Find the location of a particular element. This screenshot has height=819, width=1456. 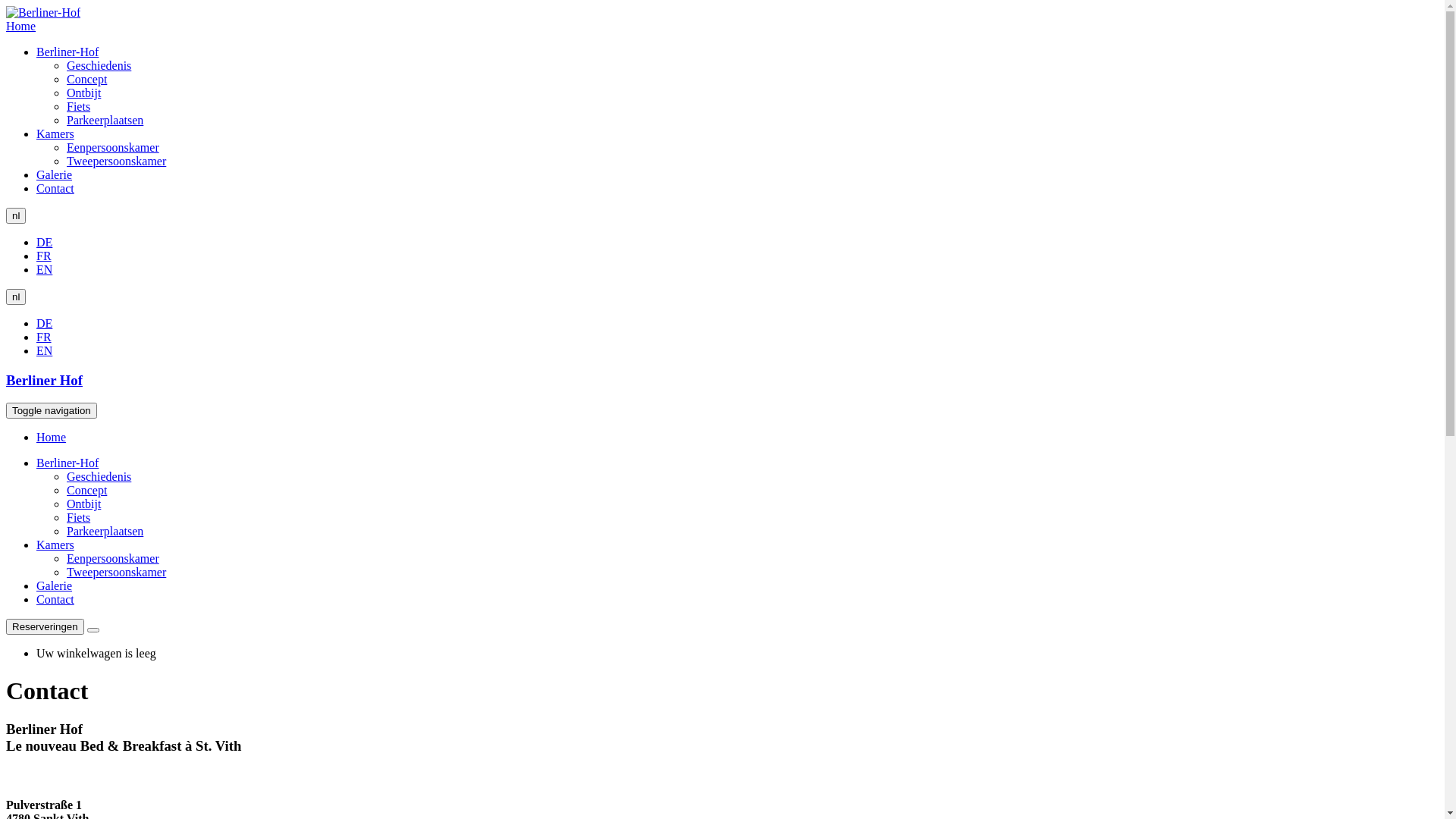

'Fiets' is located at coordinates (77, 516).